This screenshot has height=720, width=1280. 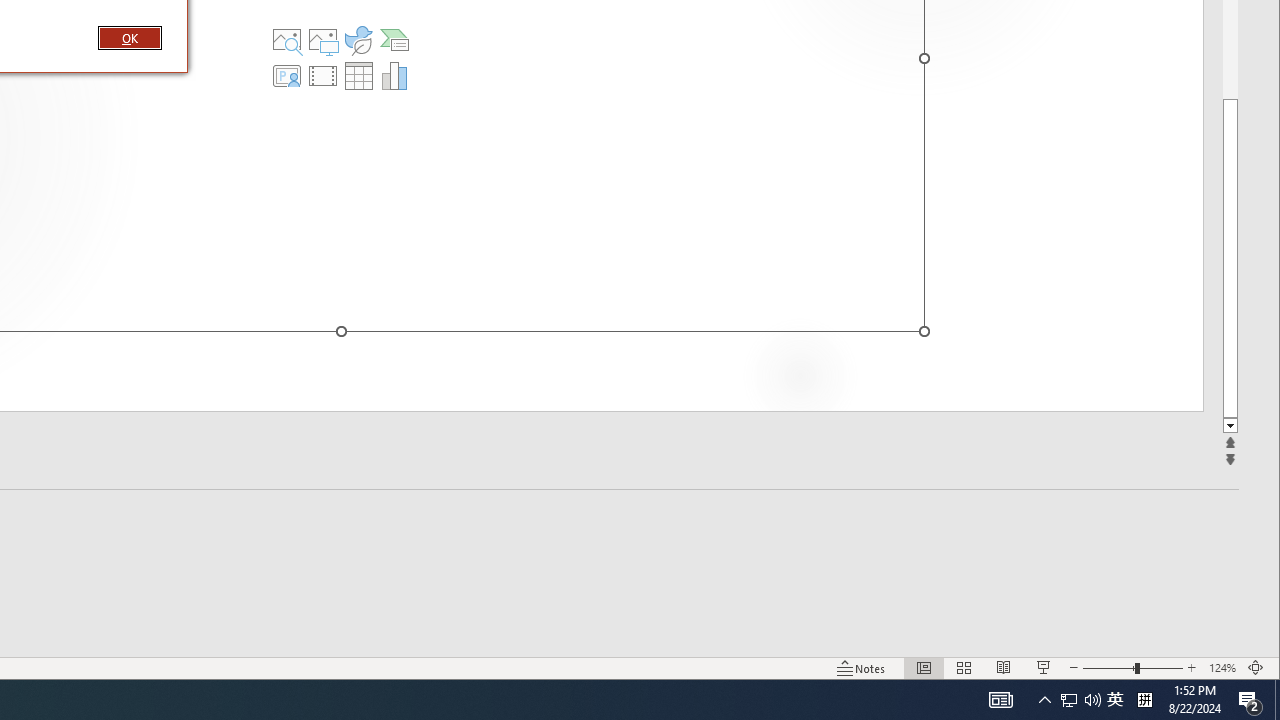 What do you see at coordinates (323, 39) in the screenshot?
I see `'Pictures'` at bounding box center [323, 39].